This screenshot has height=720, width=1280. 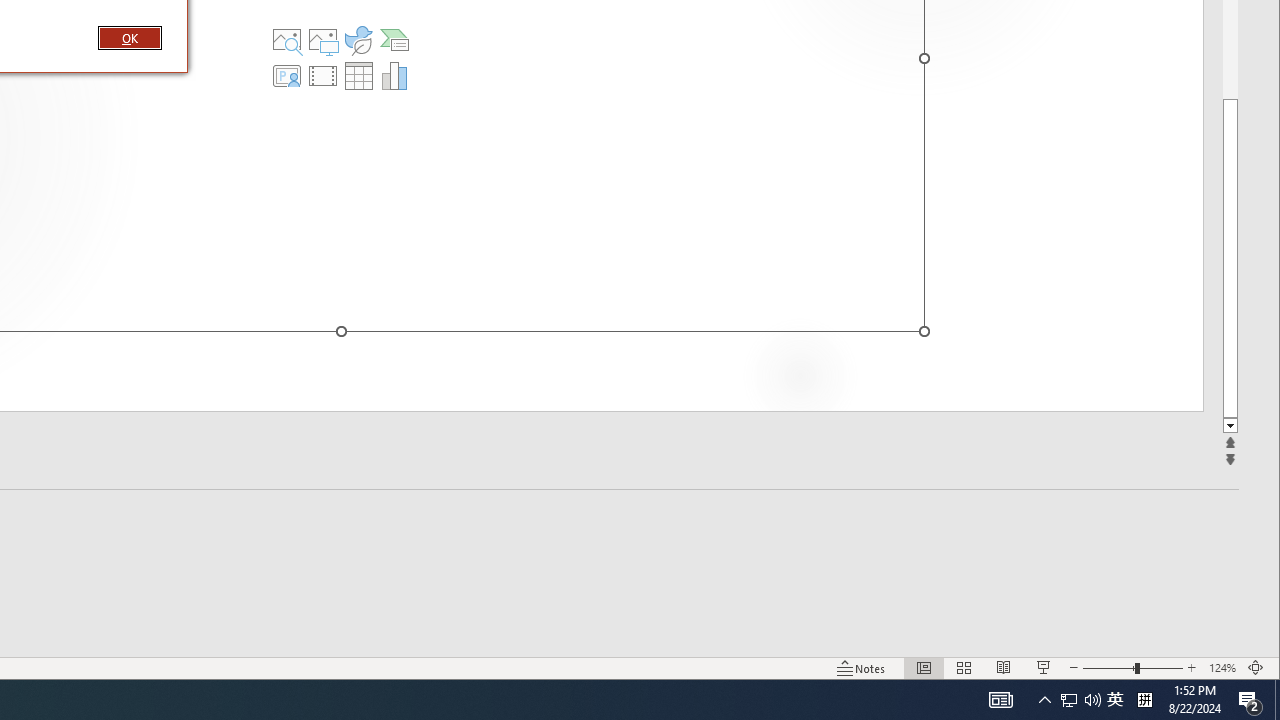 What do you see at coordinates (323, 39) in the screenshot?
I see `'Pictures'` at bounding box center [323, 39].